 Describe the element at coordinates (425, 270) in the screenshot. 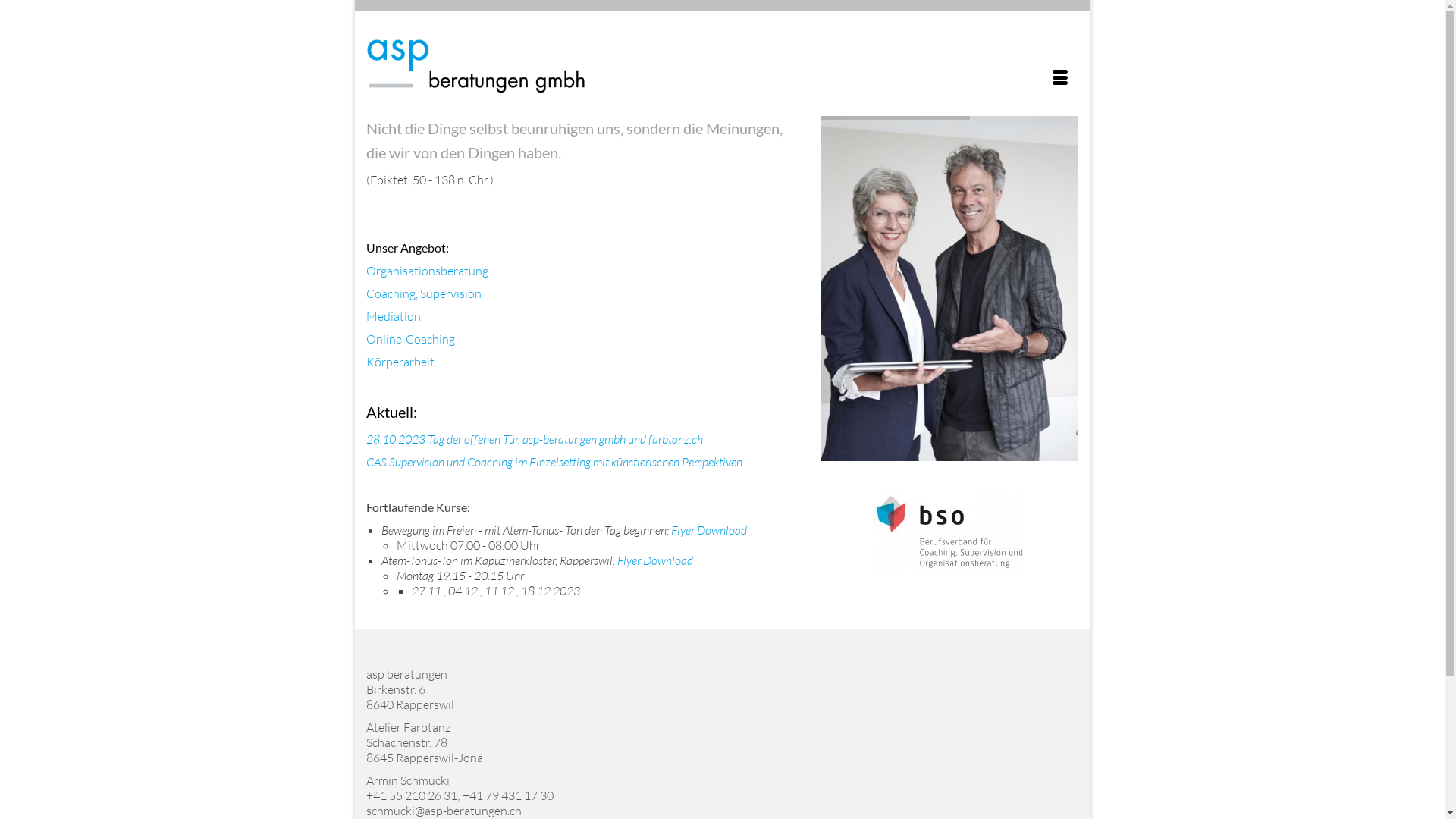

I see `'Organisationsberatung'` at that location.